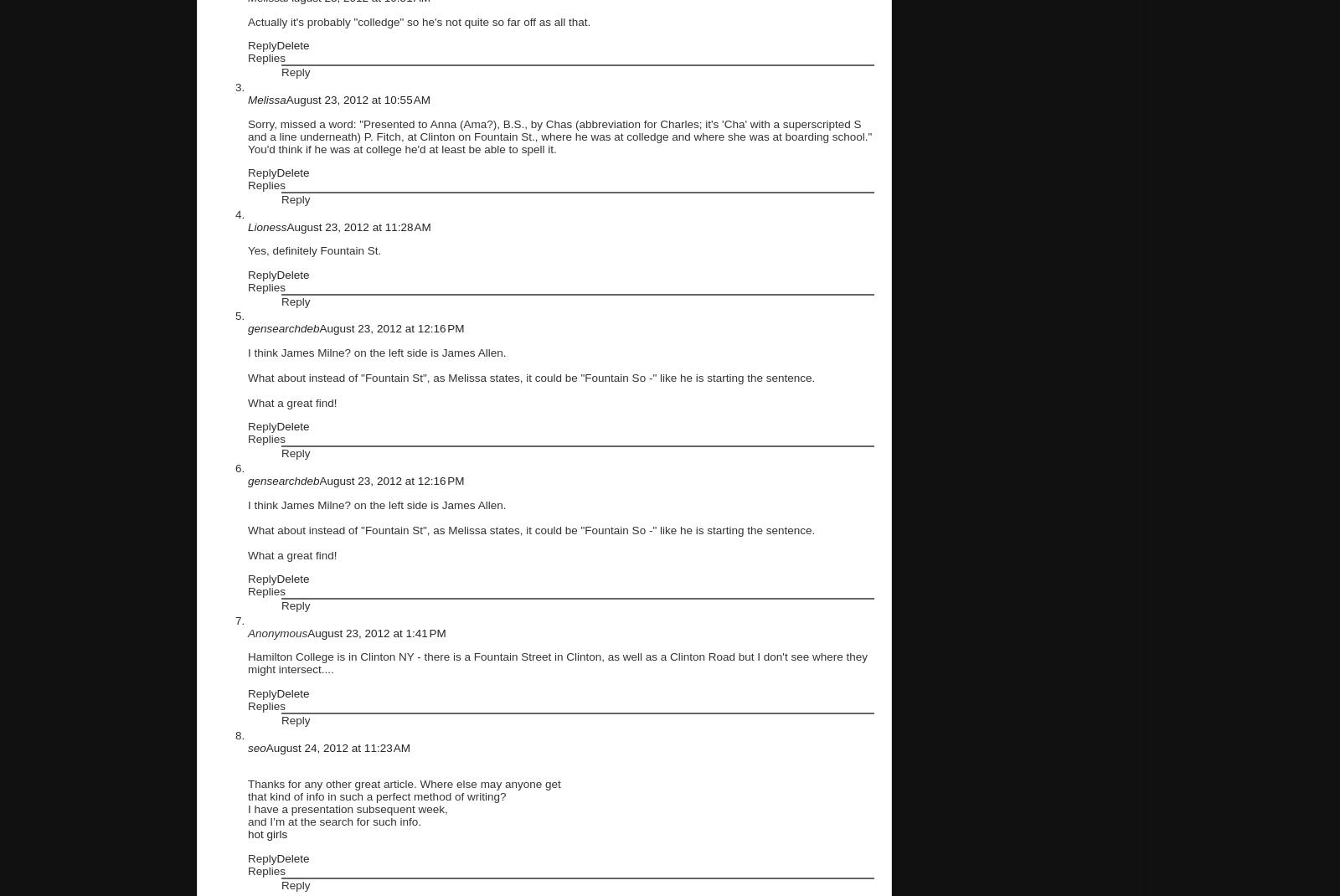 The width and height of the screenshot is (1340, 896). I want to click on 'August 23, 2012 at 1:41 PM', so click(375, 631).